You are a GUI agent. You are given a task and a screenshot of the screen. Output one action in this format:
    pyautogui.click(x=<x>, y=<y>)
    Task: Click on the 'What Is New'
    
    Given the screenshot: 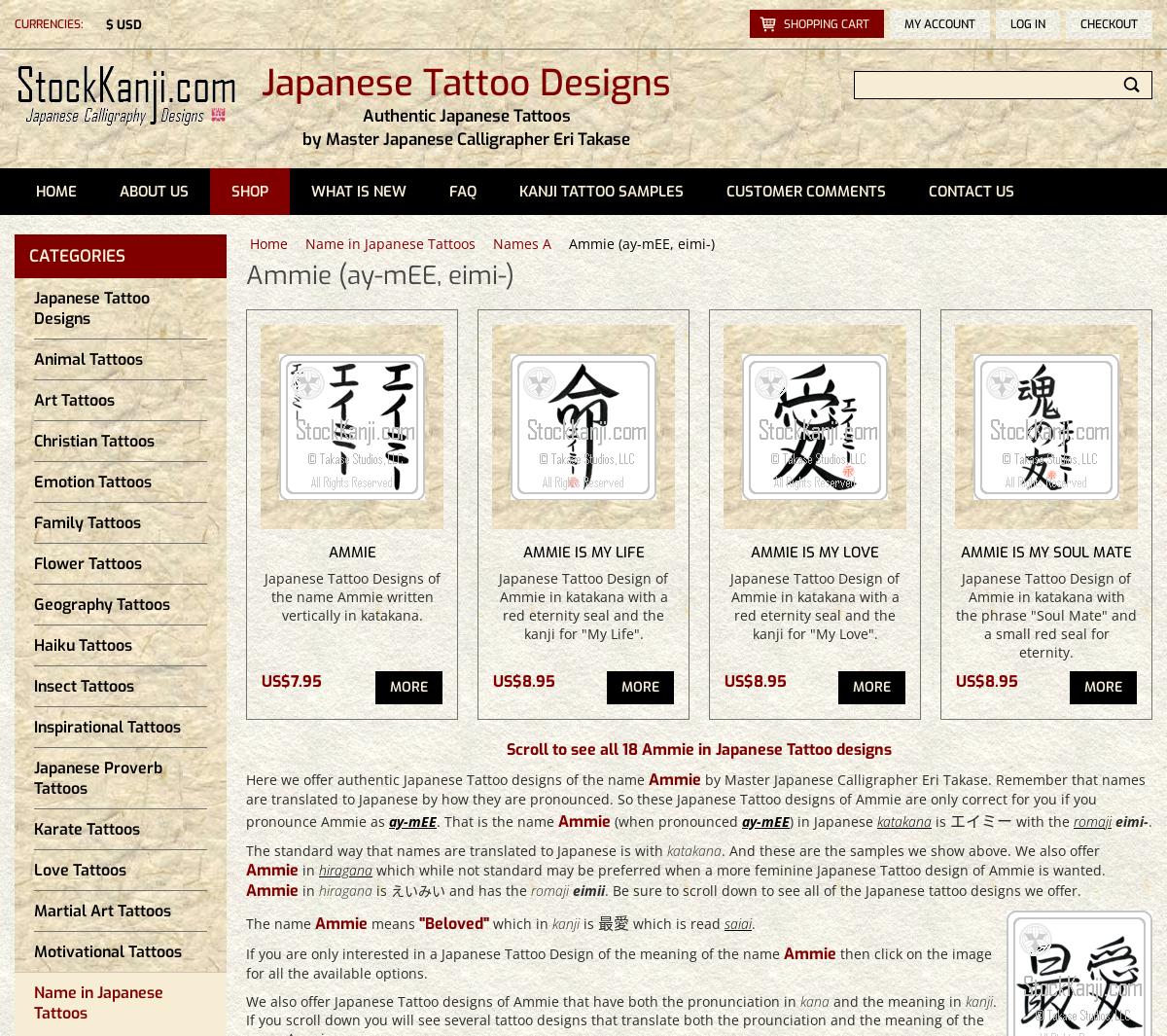 What is the action you would take?
    pyautogui.click(x=359, y=191)
    